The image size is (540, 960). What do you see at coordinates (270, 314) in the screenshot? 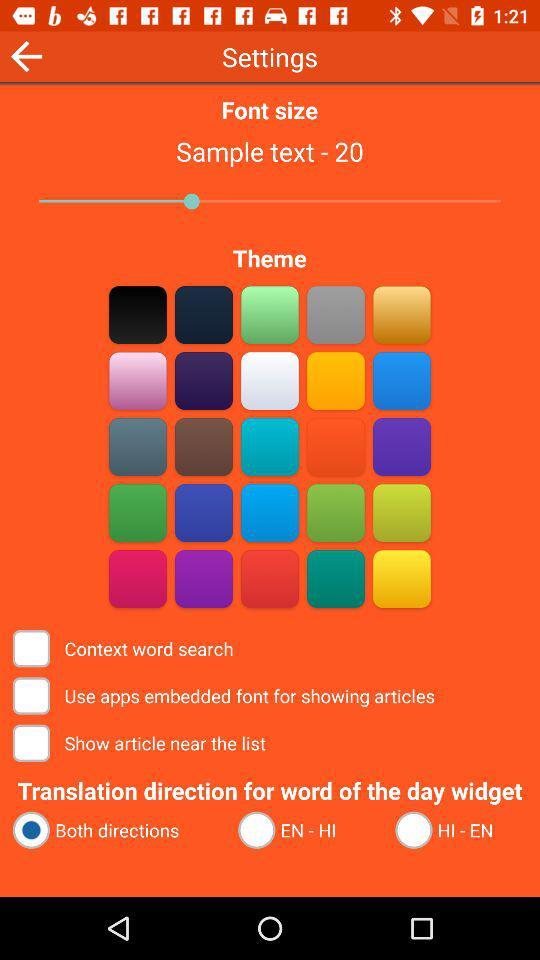
I see `the color green` at bounding box center [270, 314].